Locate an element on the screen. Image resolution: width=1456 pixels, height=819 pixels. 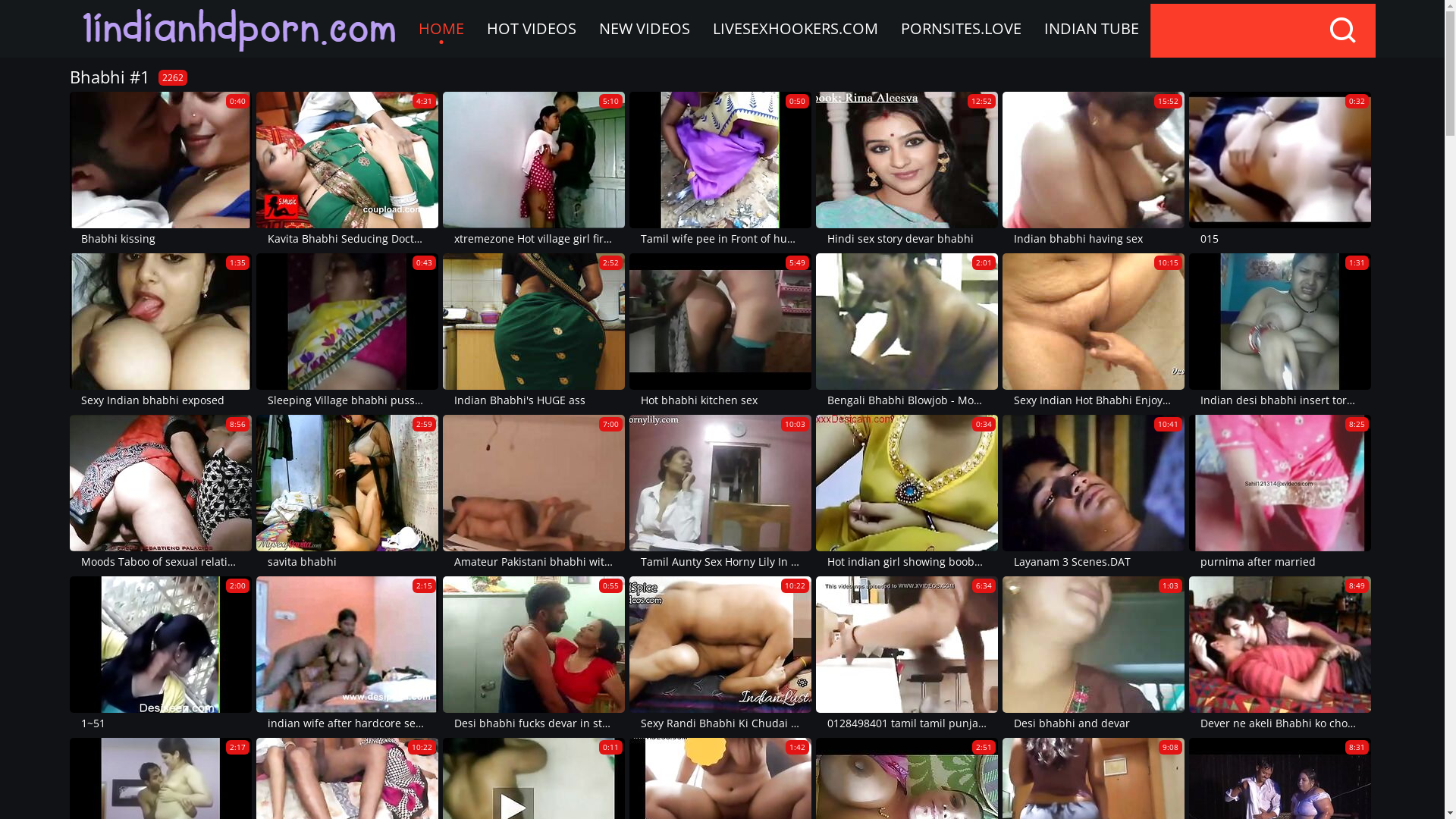
'0:32 is located at coordinates (1188, 170).